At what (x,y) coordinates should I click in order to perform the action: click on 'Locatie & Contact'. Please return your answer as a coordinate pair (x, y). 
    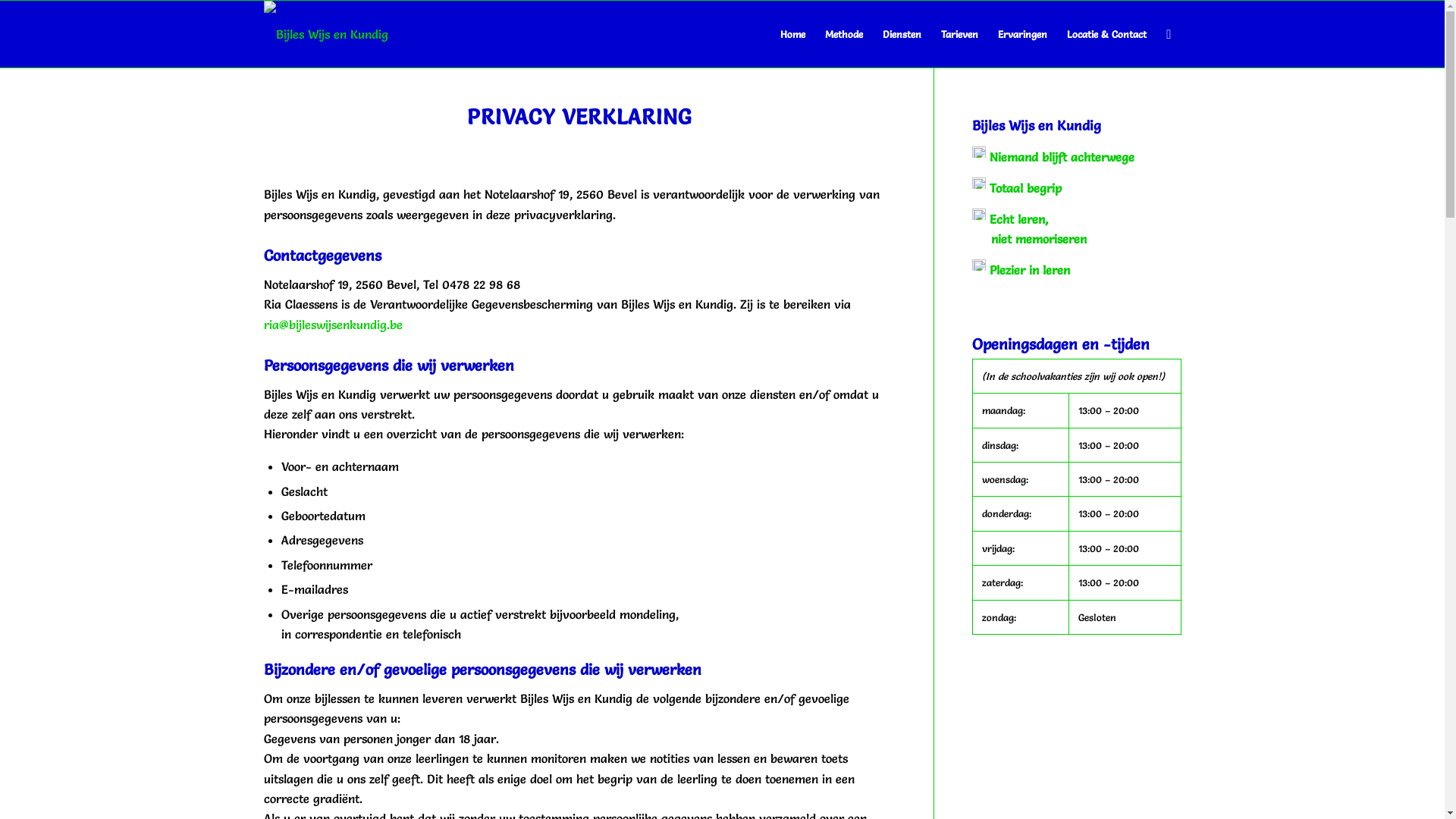
    Looking at the image, I should click on (1106, 34).